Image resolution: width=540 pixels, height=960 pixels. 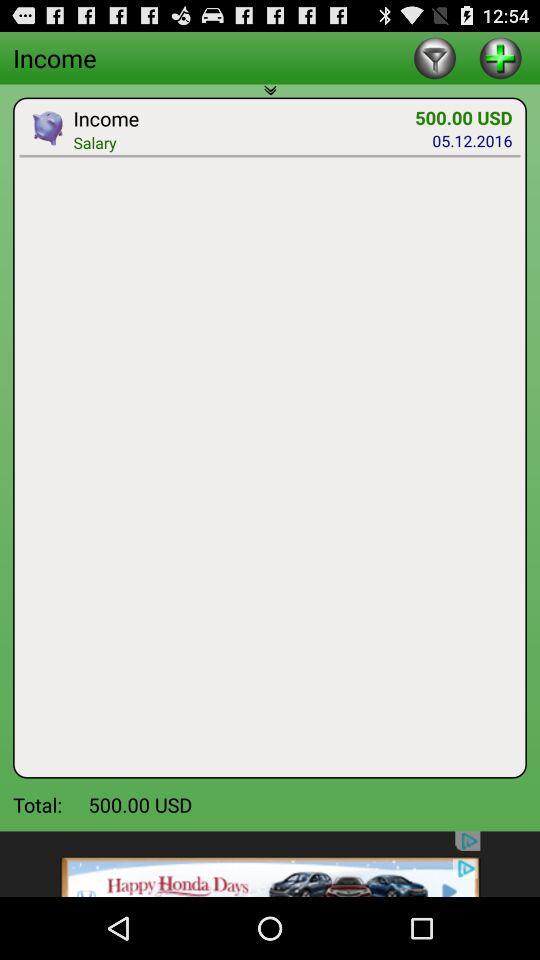 I want to click on the expand_more icon, so click(x=270, y=102).